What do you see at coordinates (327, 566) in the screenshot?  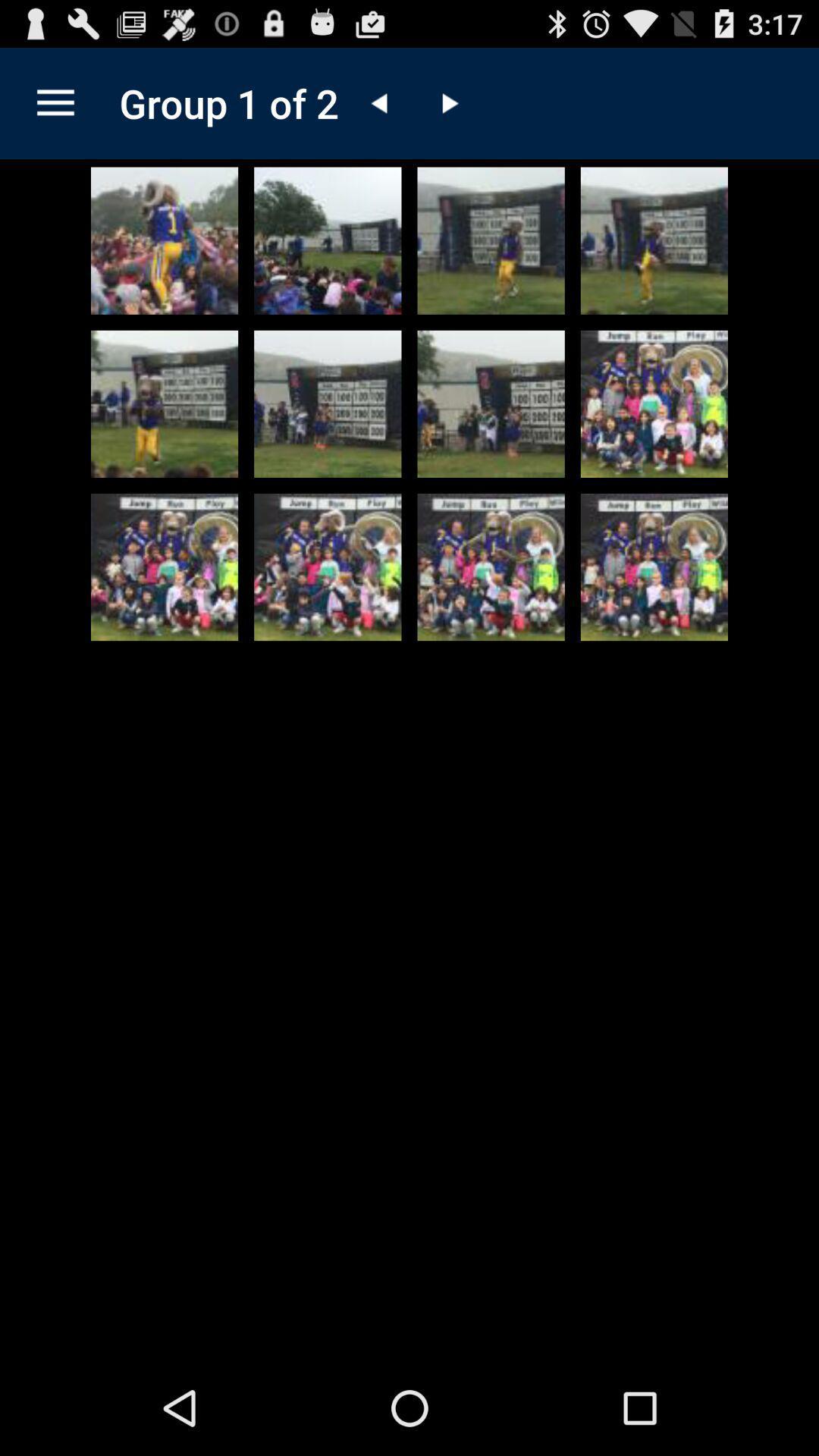 I see `look at the image` at bounding box center [327, 566].